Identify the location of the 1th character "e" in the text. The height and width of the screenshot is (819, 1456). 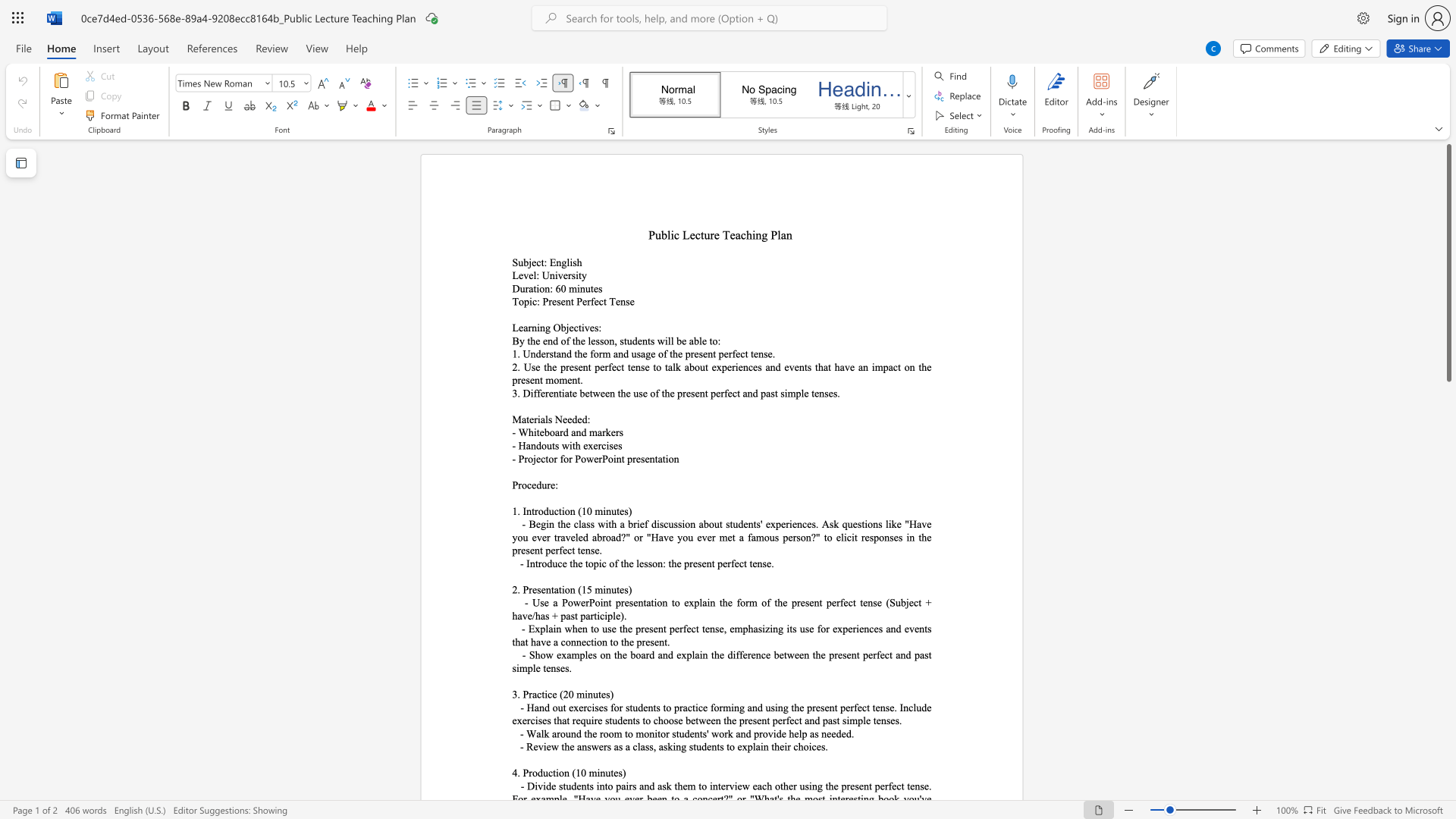
(538, 458).